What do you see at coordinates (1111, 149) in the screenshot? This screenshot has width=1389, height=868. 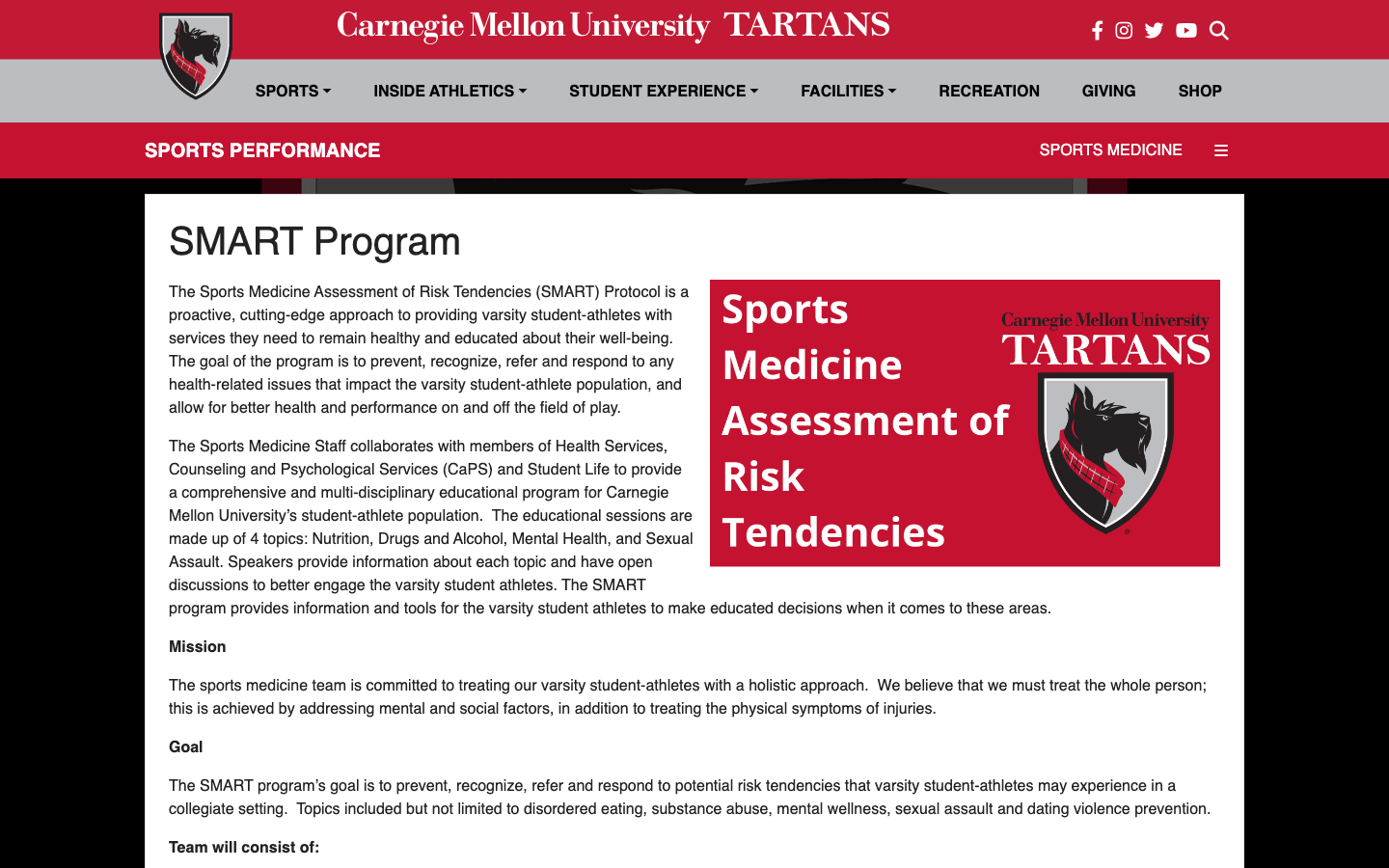 I see `"Sports Medicine" module` at bounding box center [1111, 149].